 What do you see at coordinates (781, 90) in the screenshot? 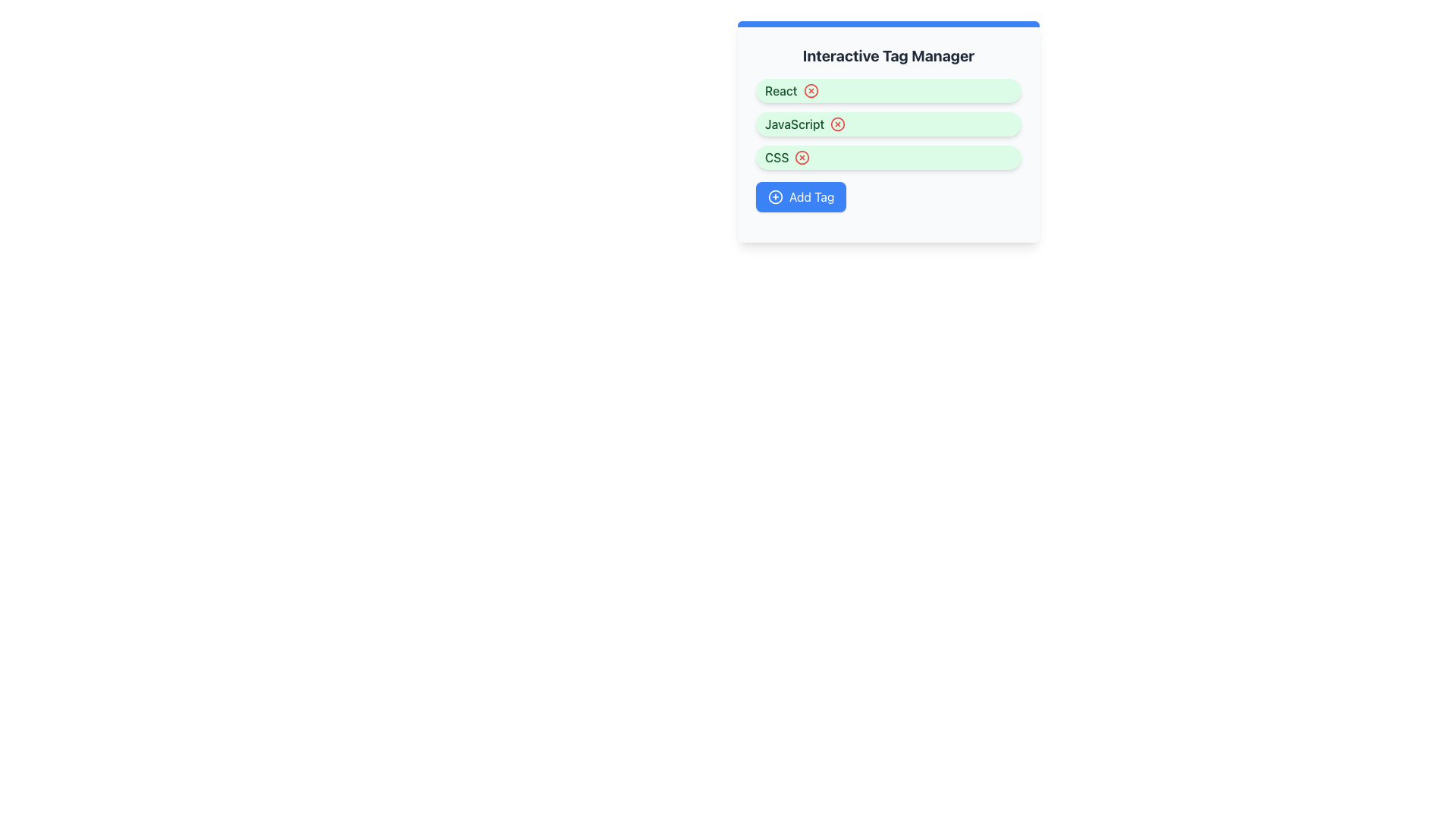
I see `text label 'React' located in the topmost tag within the 'Interactive Tag Manager' section, which has a green font on a light green background` at bounding box center [781, 90].